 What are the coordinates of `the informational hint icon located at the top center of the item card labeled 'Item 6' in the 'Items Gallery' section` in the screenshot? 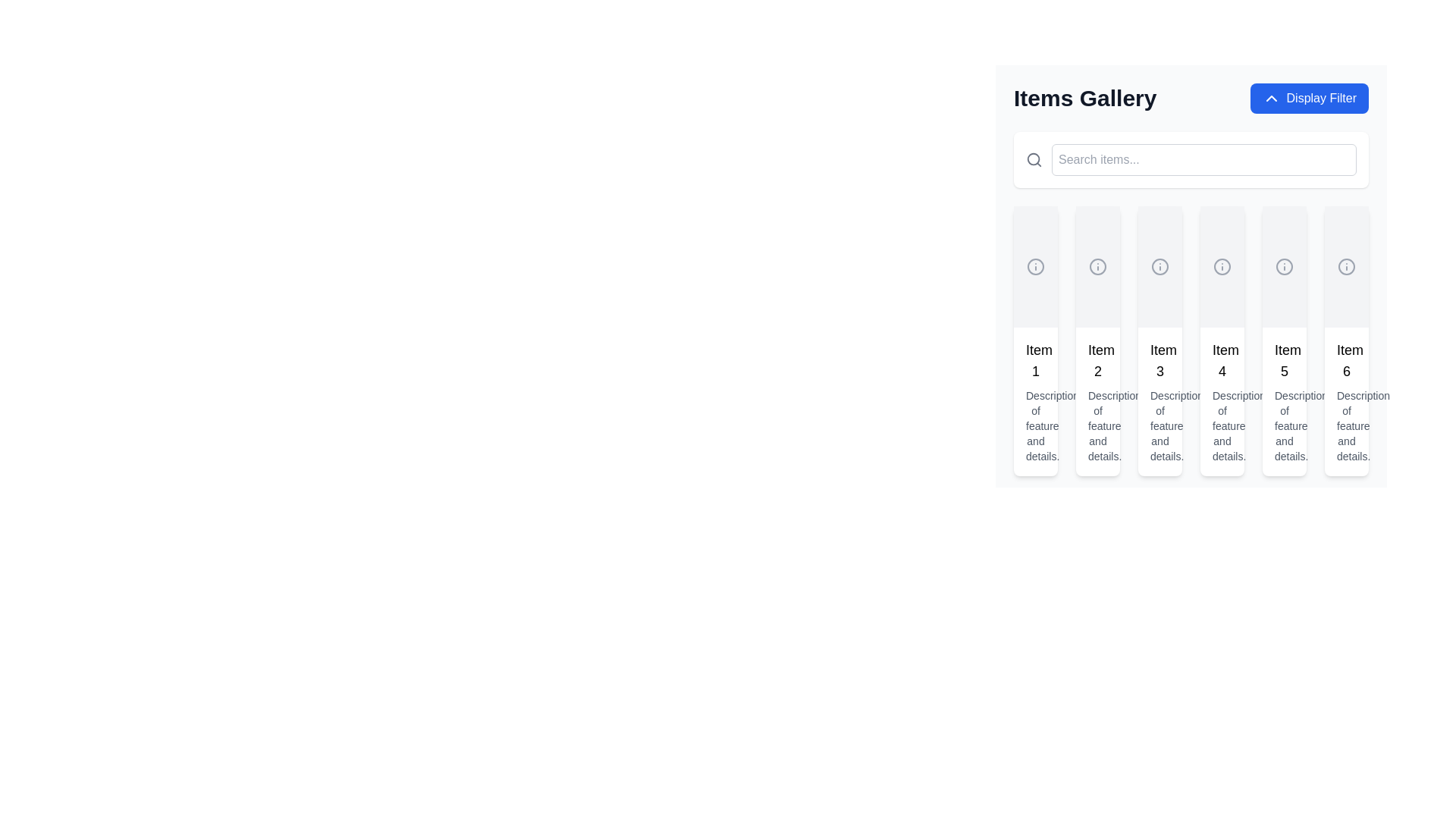 It's located at (1347, 265).